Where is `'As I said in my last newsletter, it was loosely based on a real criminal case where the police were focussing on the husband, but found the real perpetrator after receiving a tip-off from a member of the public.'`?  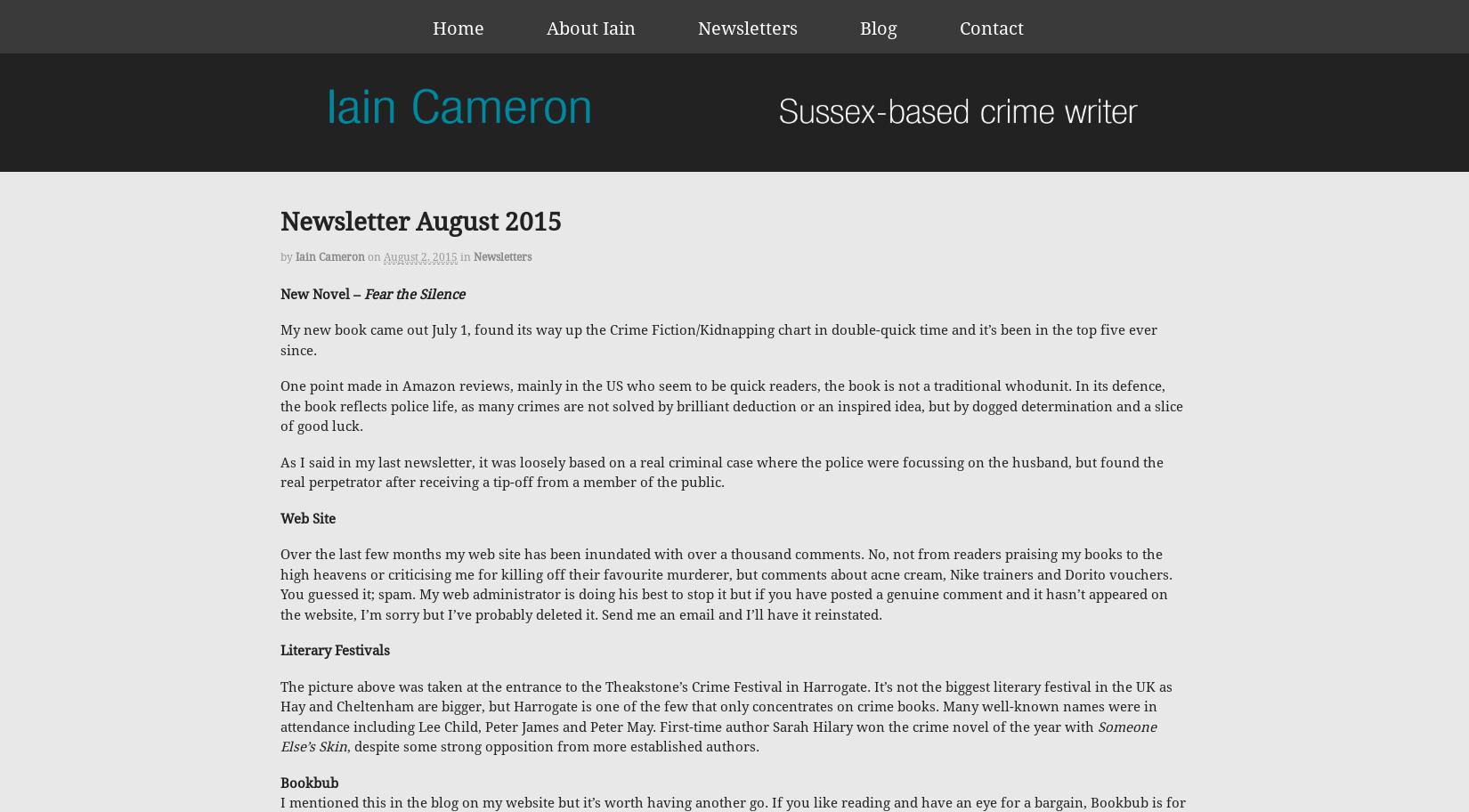 'As I said in my last newsletter, it was loosely based on a real criminal case where the police were focussing on the husband, but found the real perpetrator after receiving a tip-off from a member of the public.' is located at coordinates (280, 471).